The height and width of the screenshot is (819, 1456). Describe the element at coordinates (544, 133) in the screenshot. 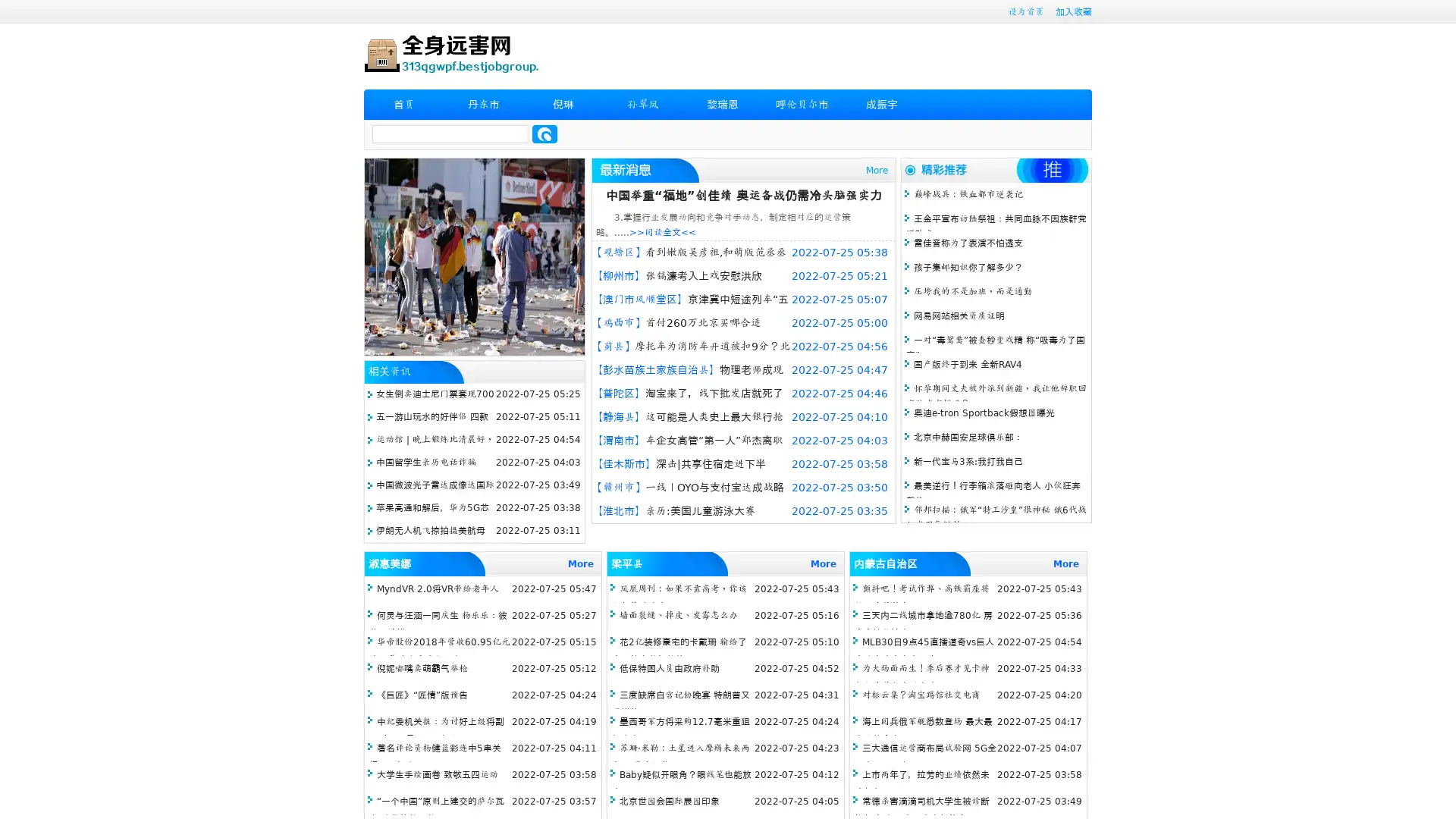

I see `Search` at that location.